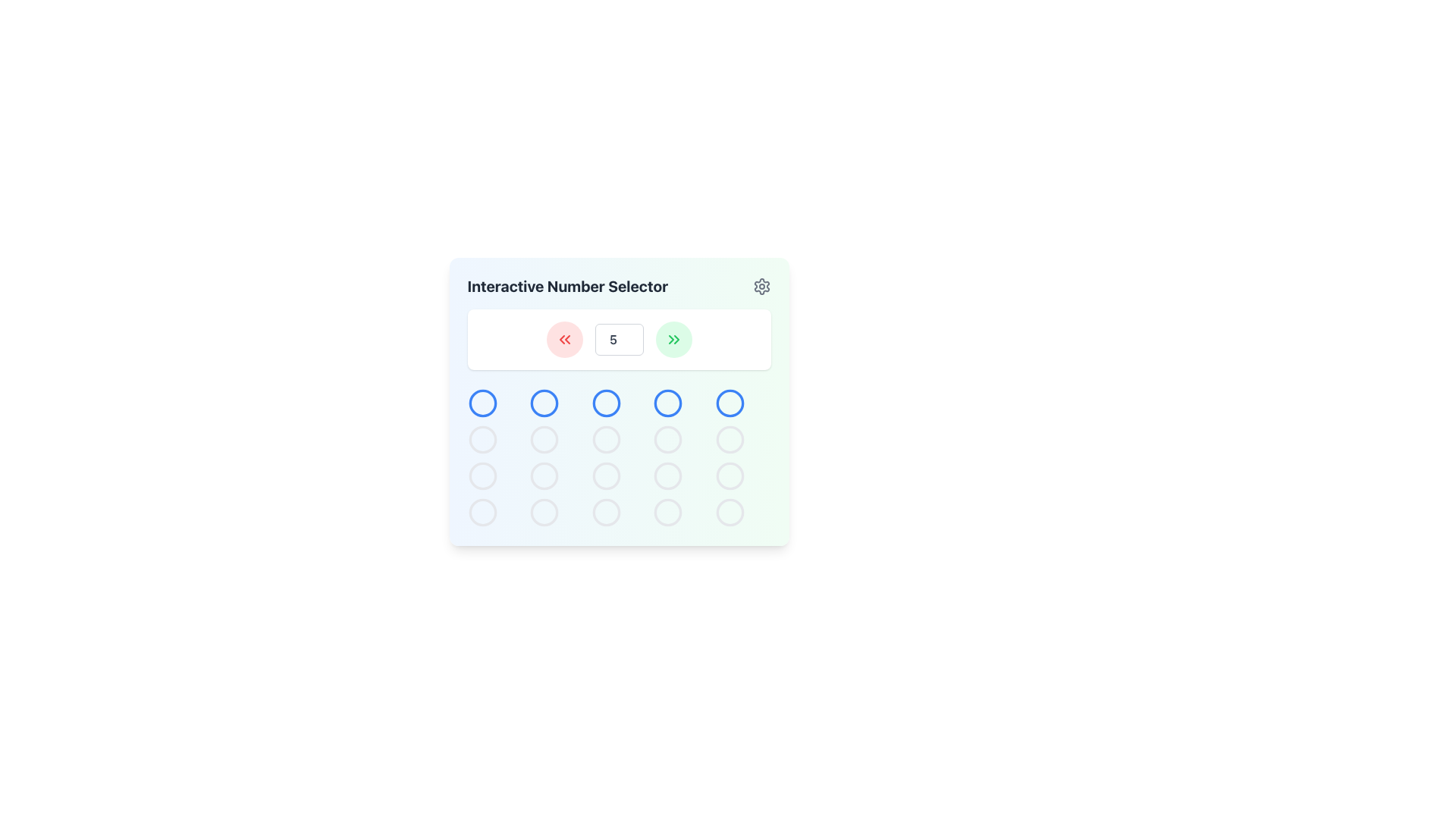 This screenshot has width=1456, height=819. I want to click on the inner circle SVG element located at the bottom-right position of the grid, which serves as a static indicator, so click(730, 475).